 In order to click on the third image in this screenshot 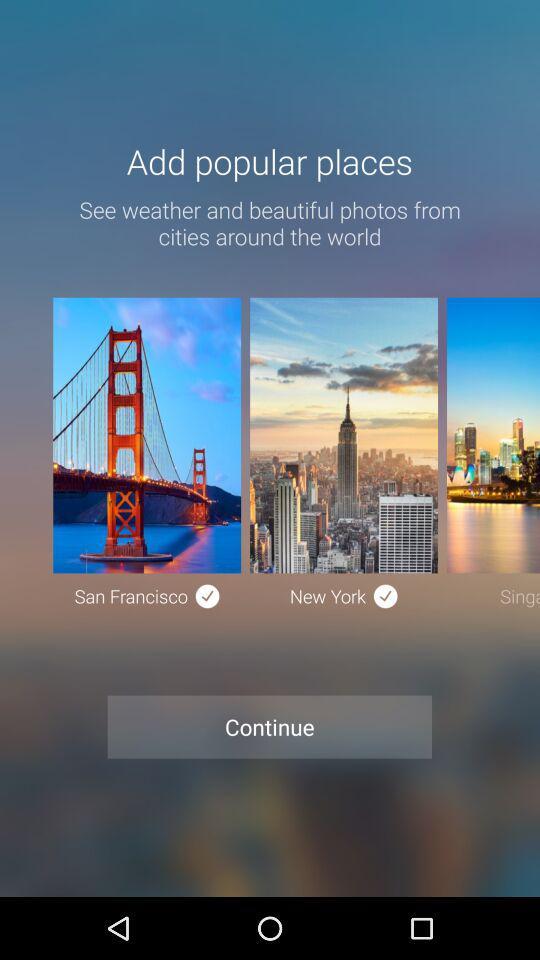, I will do `click(492, 435)`.